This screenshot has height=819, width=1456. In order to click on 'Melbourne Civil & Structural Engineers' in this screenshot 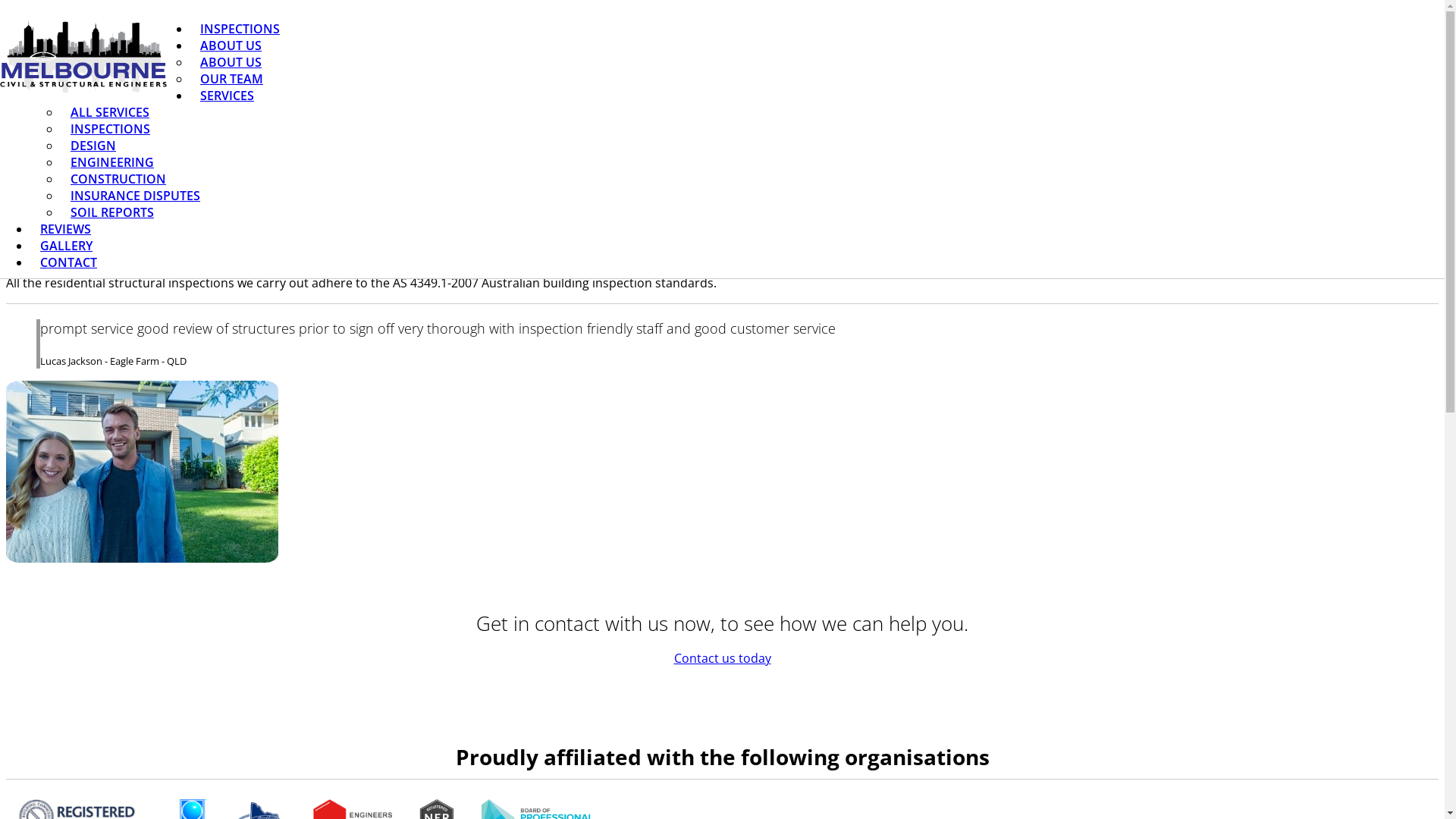, I will do `click(83, 56)`.